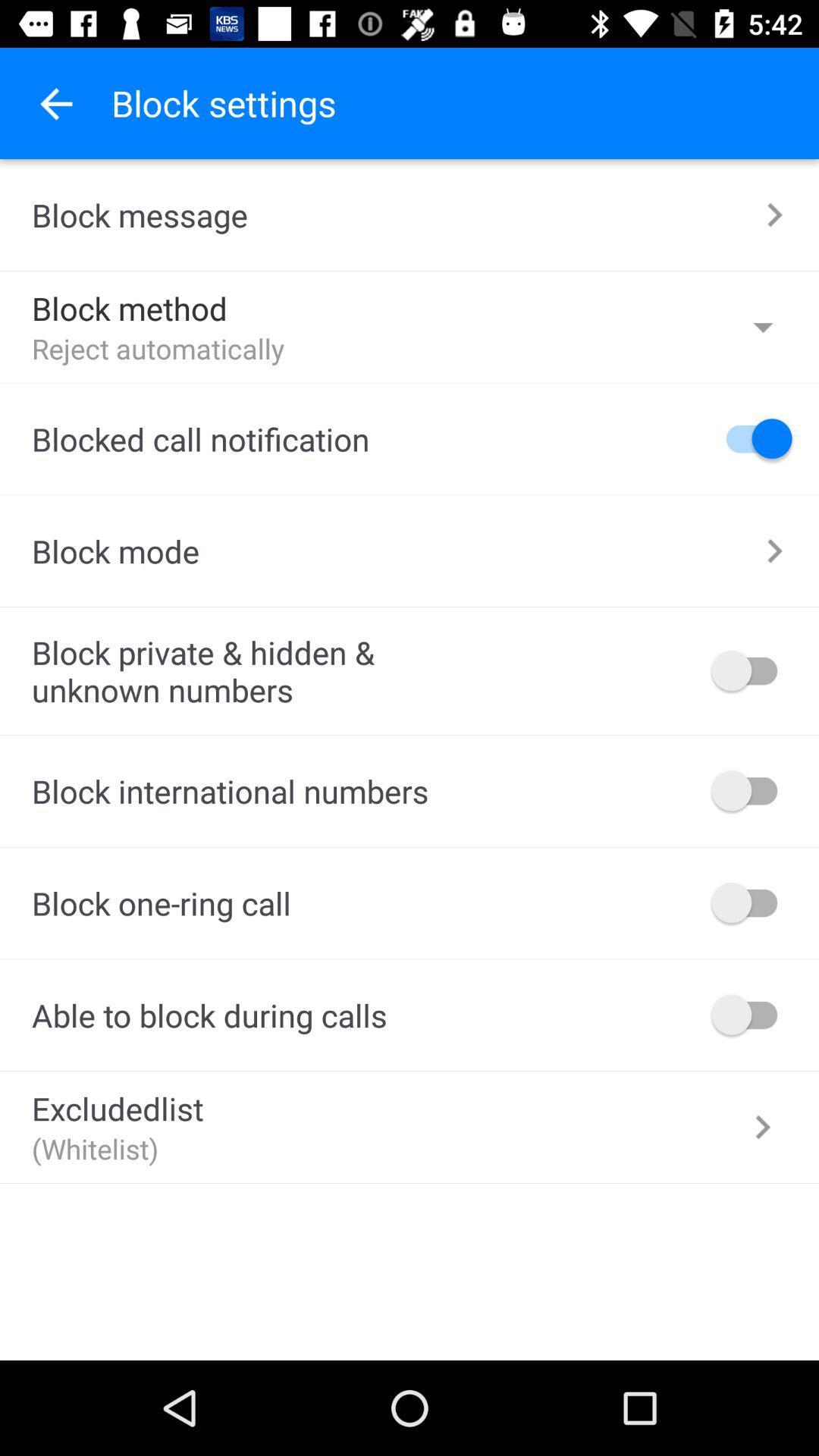 This screenshot has height=1456, width=819. Describe the element at coordinates (752, 438) in the screenshot. I see `blocked-call notifications` at that location.